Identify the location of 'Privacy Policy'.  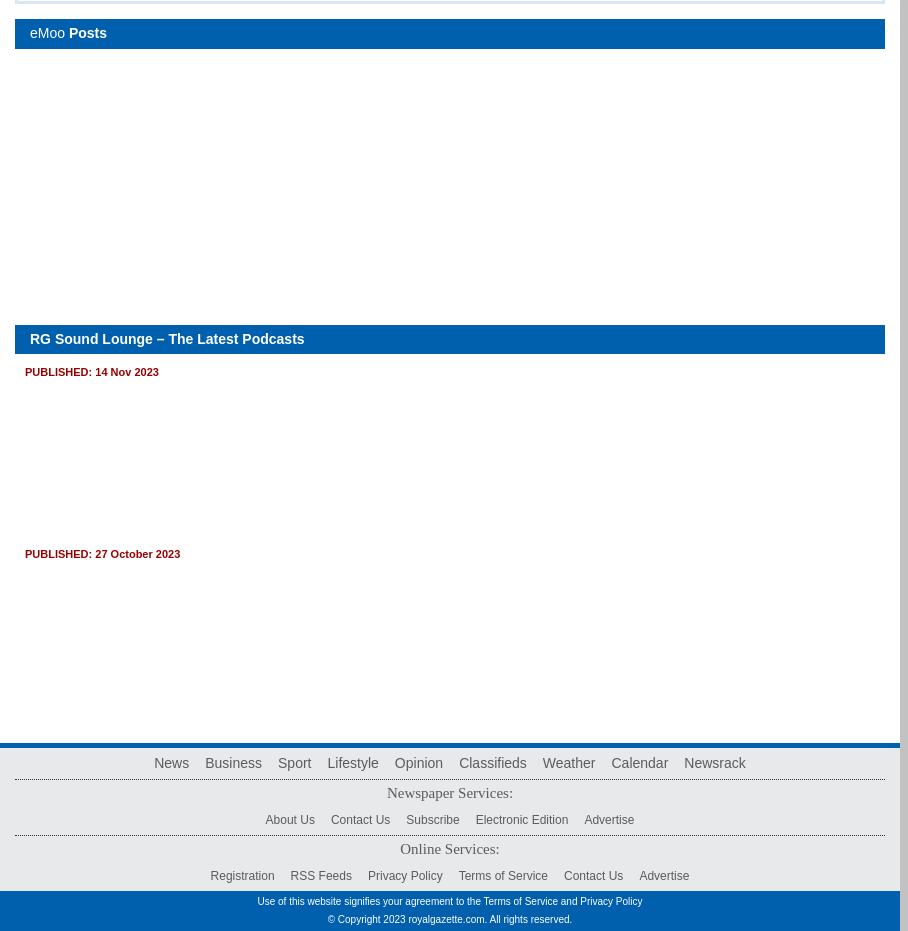
(403, 875).